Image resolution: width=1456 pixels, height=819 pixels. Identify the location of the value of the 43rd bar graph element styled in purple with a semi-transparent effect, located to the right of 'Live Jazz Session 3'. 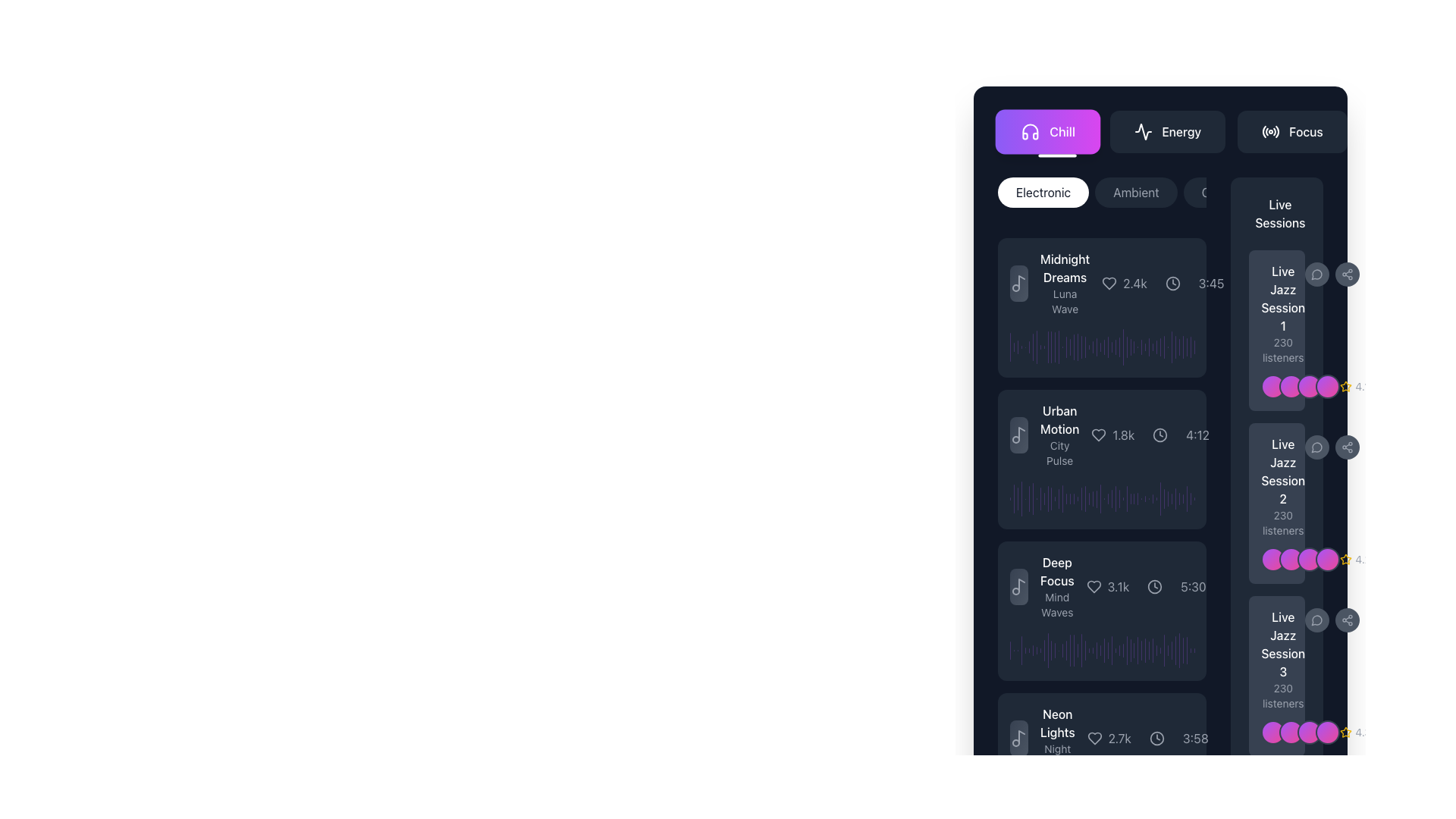
(1182, 801).